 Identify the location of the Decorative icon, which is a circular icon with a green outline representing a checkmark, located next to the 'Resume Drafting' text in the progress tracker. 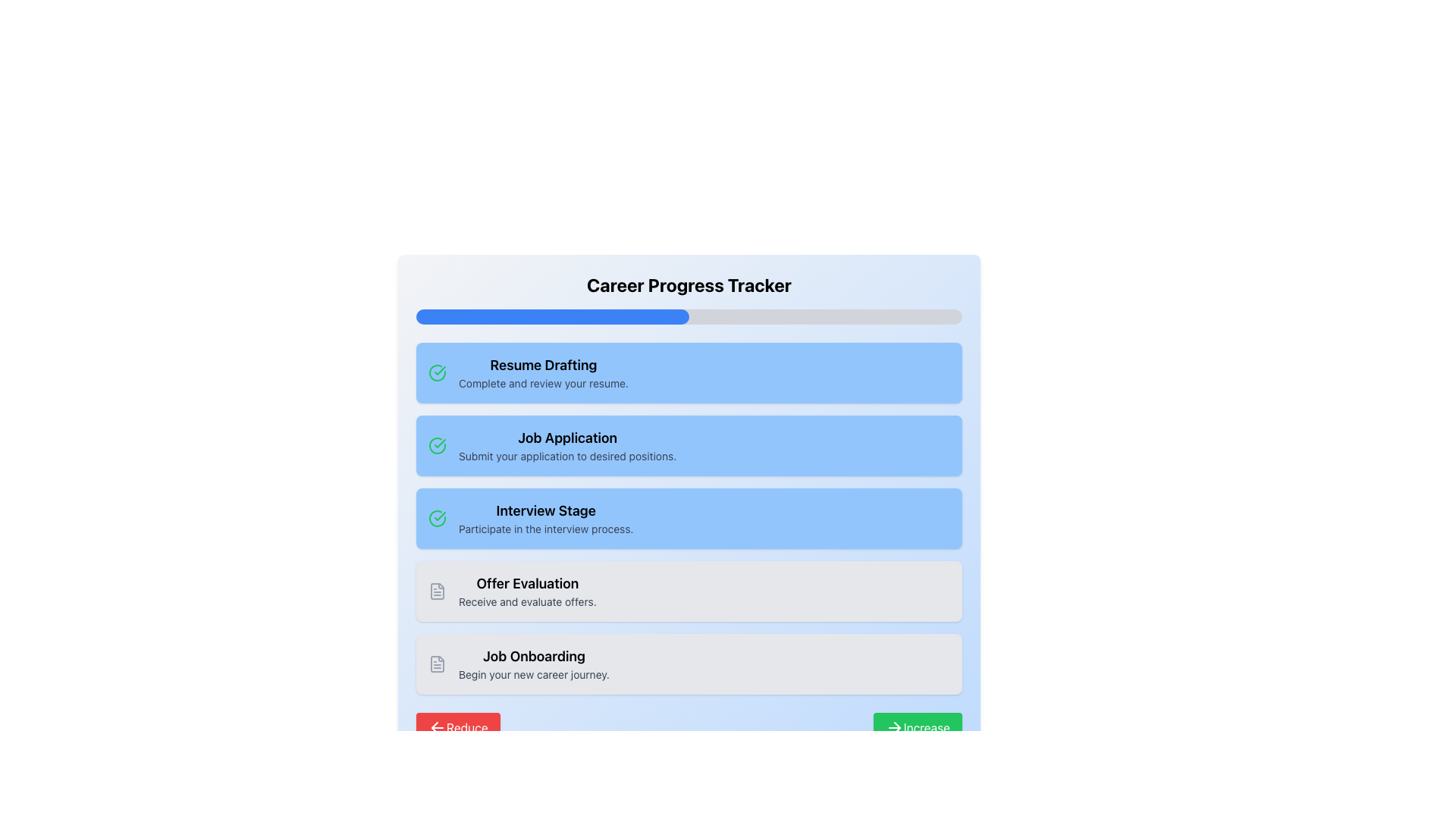
(436, 444).